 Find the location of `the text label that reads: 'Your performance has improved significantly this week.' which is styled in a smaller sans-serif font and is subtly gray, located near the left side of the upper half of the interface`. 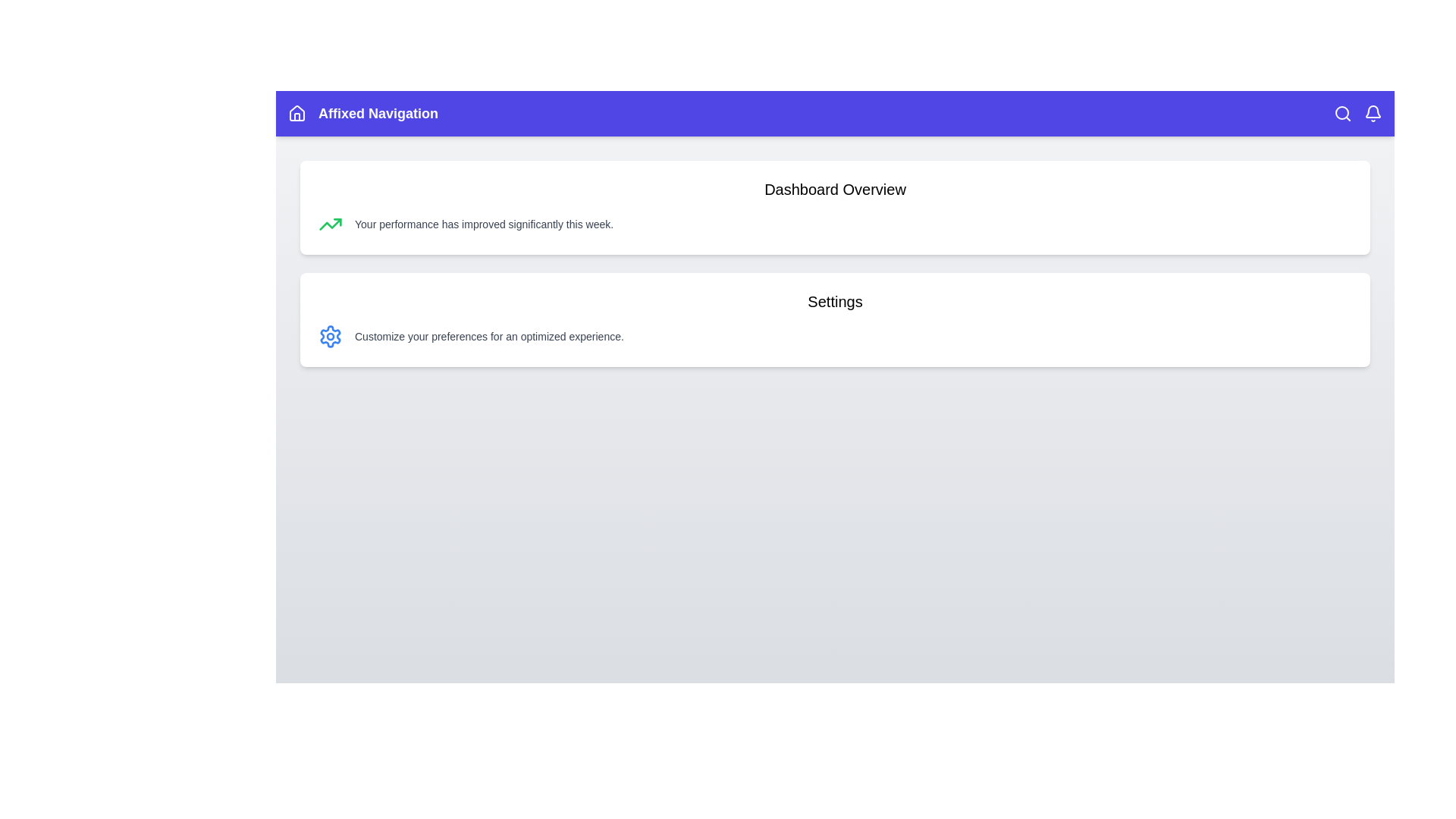

the text label that reads: 'Your performance has improved significantly this week.' which is styled in a smaller sans-serif font and is subtly gray, located near the left side of the upper half of the interface is located at coordinates (483, 224).